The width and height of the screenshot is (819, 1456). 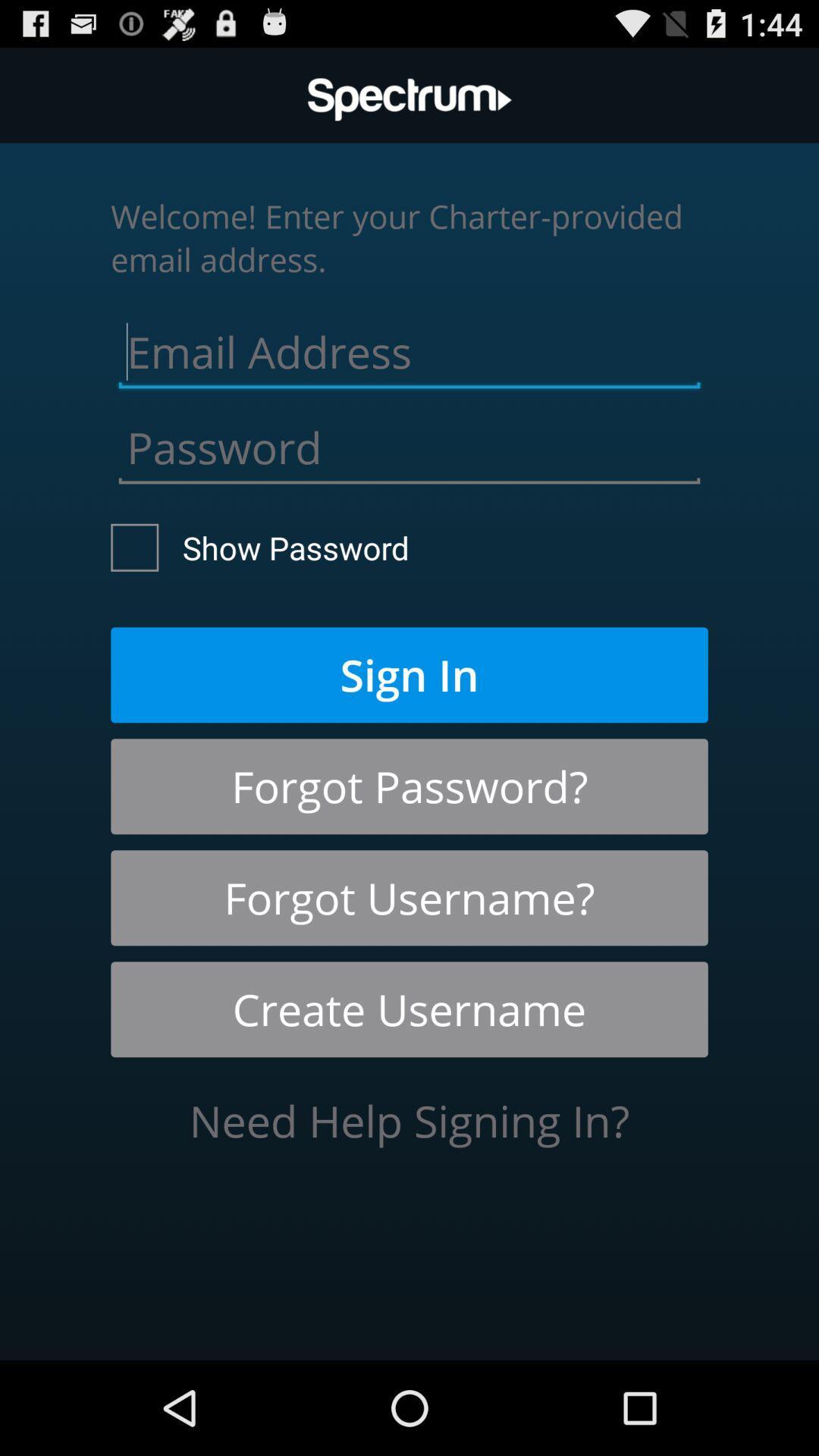 What do you see at coordinates (409, 1009) in the screenshot?
I see `the item above the need help signing` at bounding box center [409, 1009].